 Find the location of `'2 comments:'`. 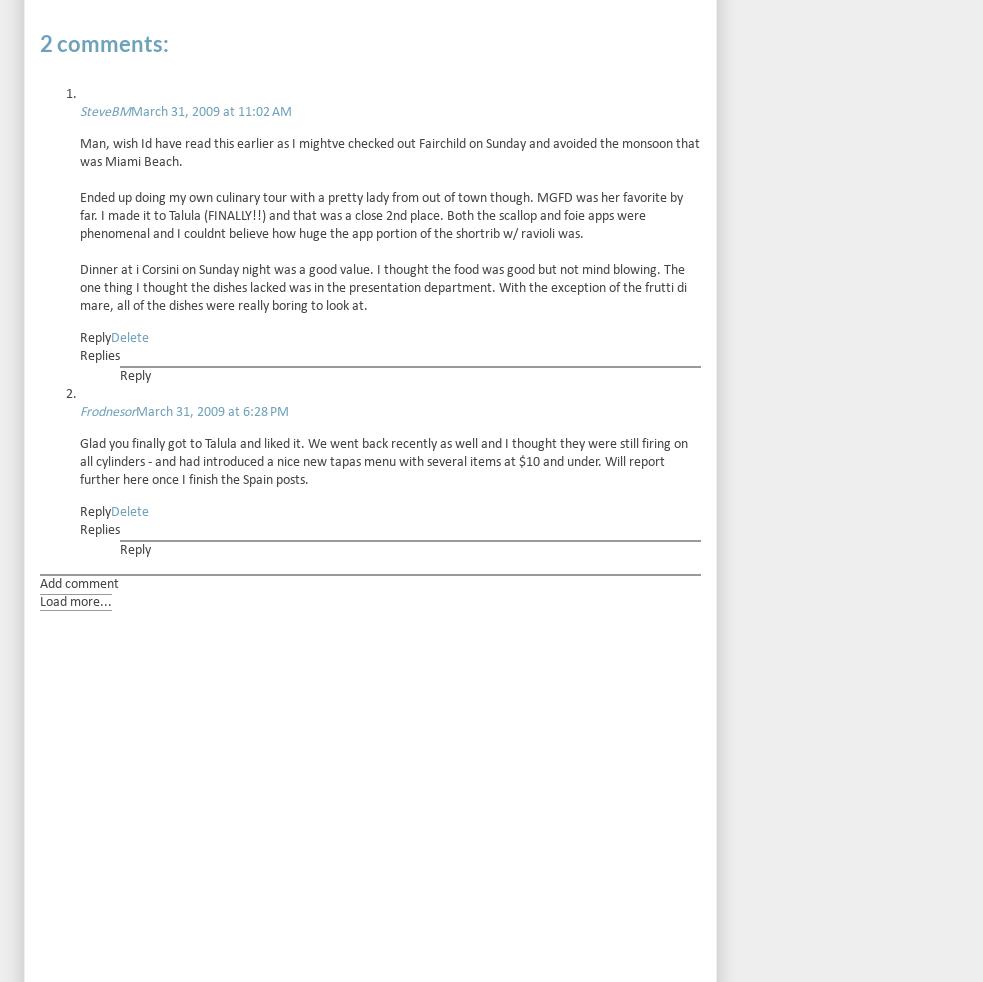

'2 comments:' is located at coordinates (103, 41).